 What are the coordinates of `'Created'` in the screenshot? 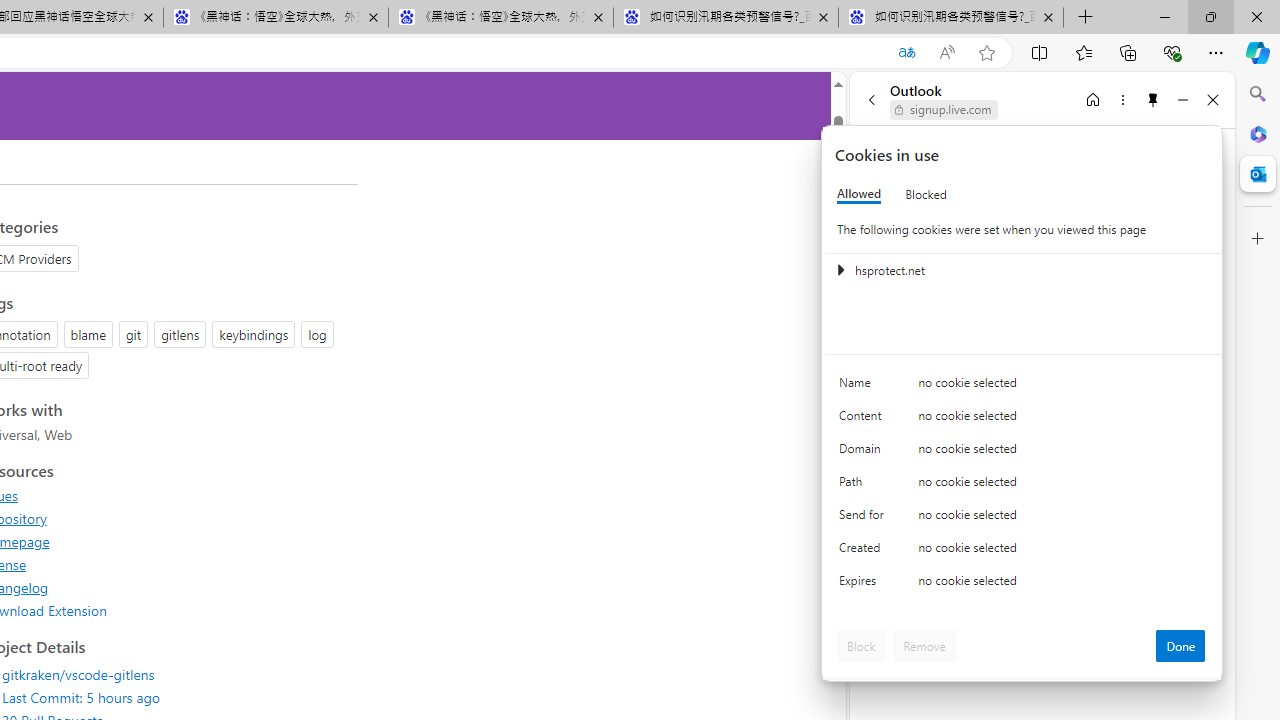 It's located at (865, 552).